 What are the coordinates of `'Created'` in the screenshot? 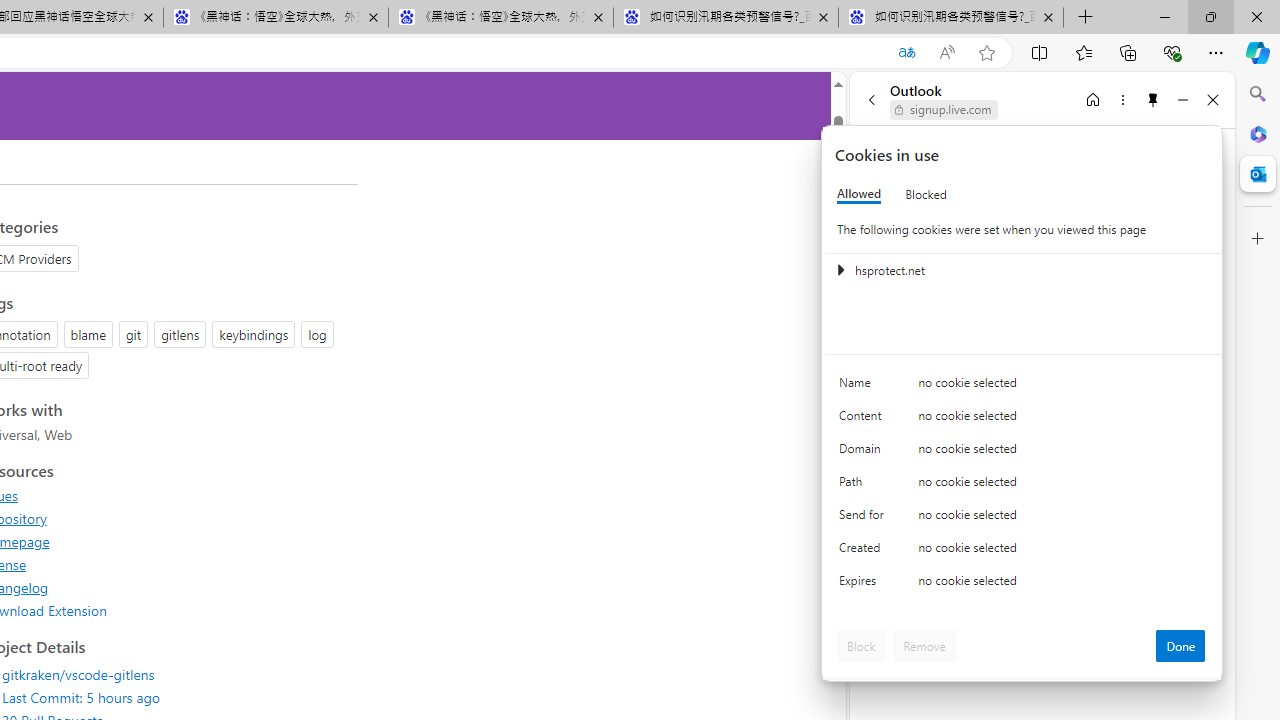 It's located at (865, 552).